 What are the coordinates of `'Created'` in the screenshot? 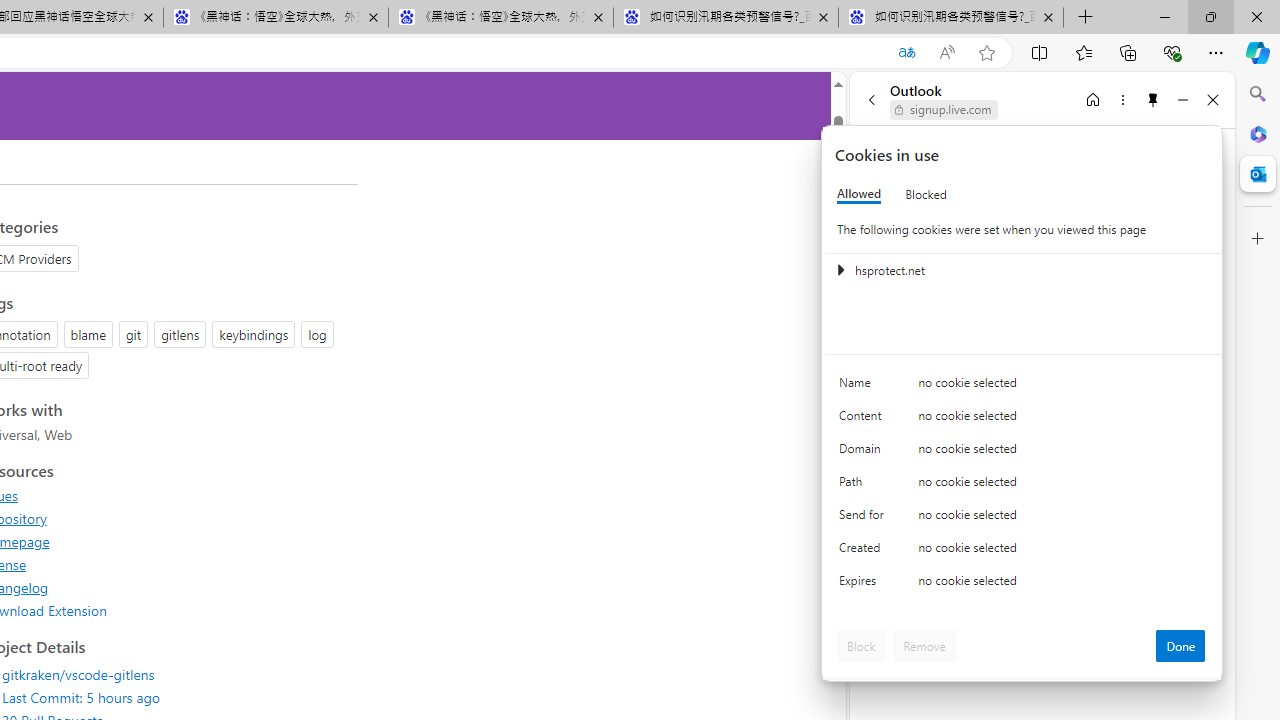 It's located at (865, 552).